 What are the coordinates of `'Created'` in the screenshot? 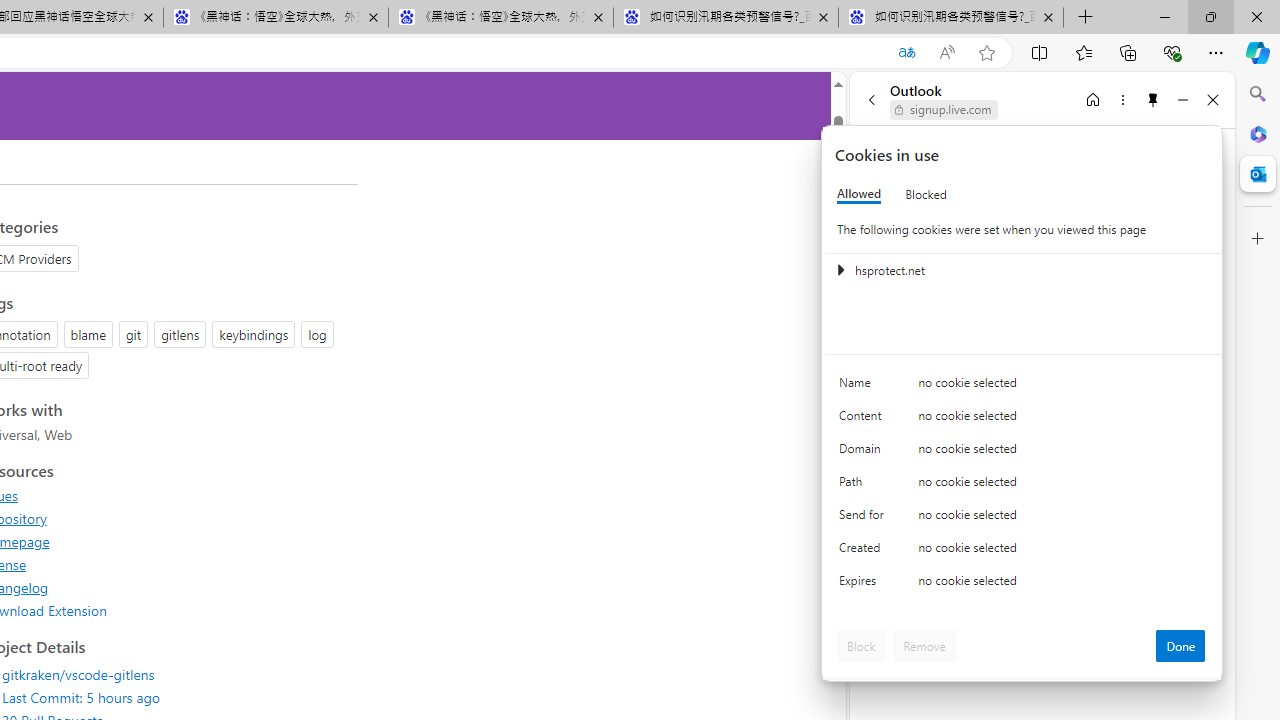 It's located at (865, 552).